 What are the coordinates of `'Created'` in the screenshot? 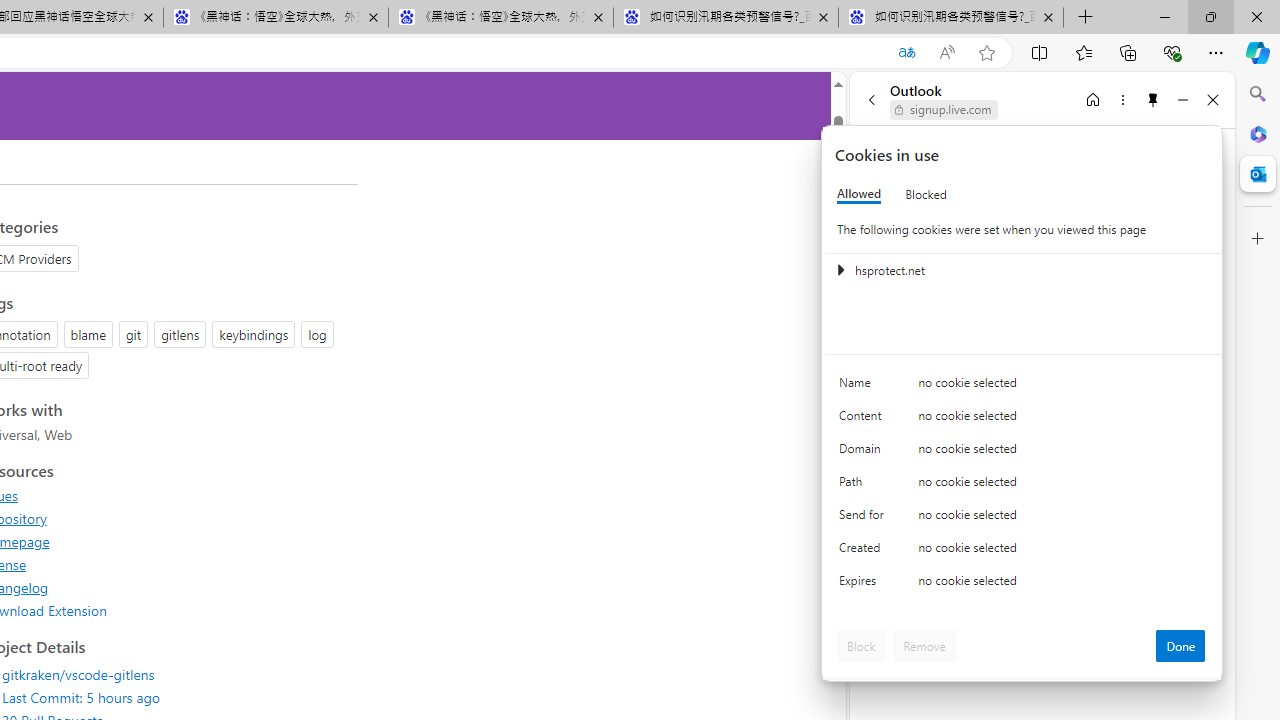 It's located at (865, 552).